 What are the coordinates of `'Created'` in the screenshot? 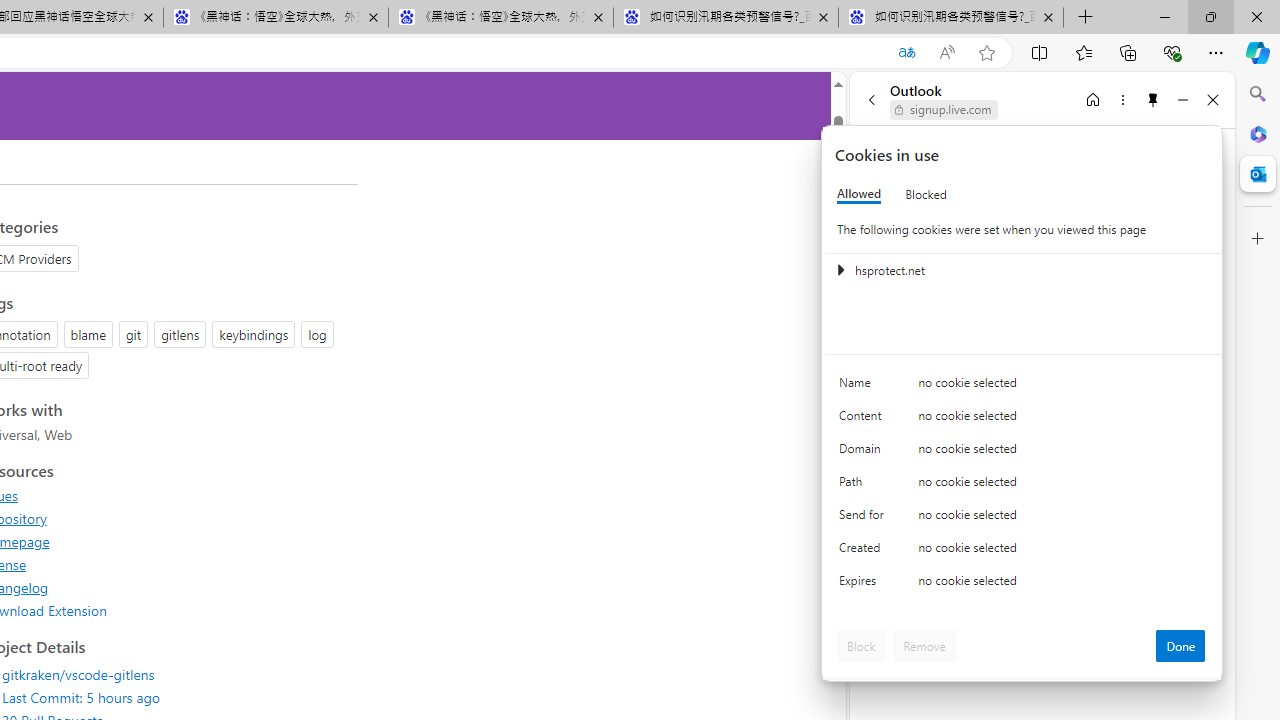 It's located at (865, 552).